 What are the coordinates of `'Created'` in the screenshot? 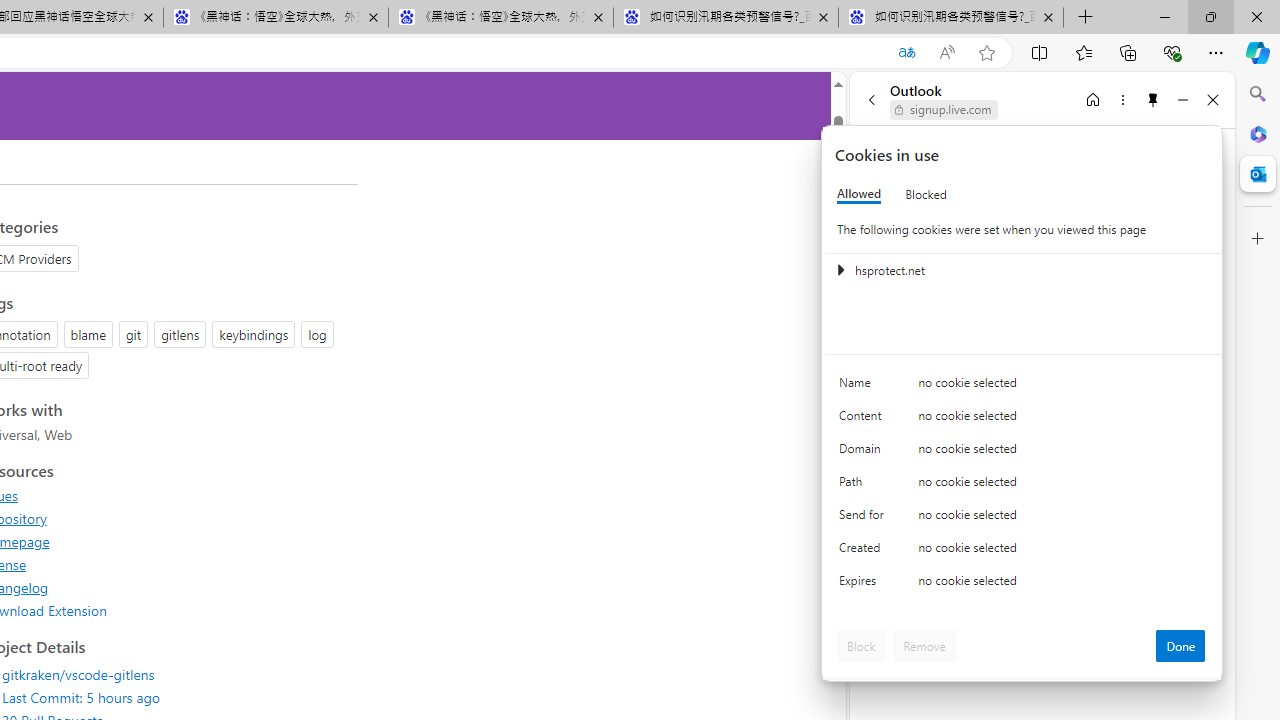 It's located at (865, 552).